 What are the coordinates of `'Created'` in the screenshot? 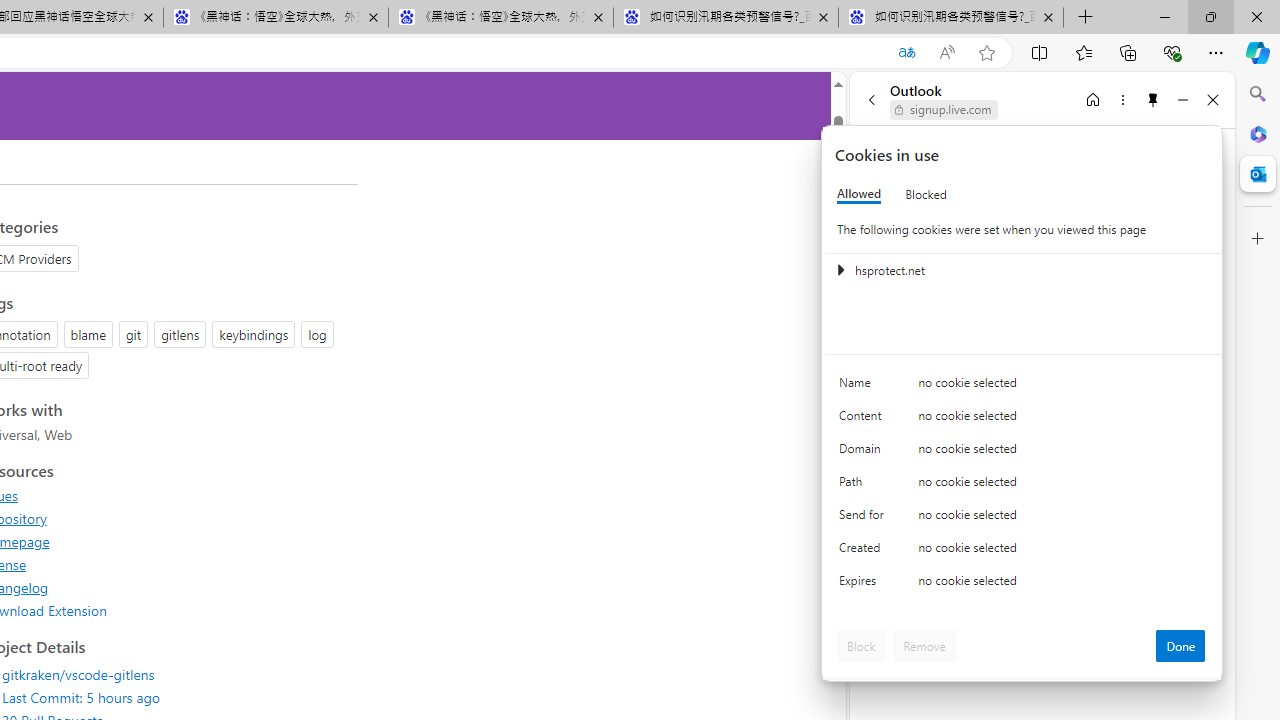 It's located at (865, 552).